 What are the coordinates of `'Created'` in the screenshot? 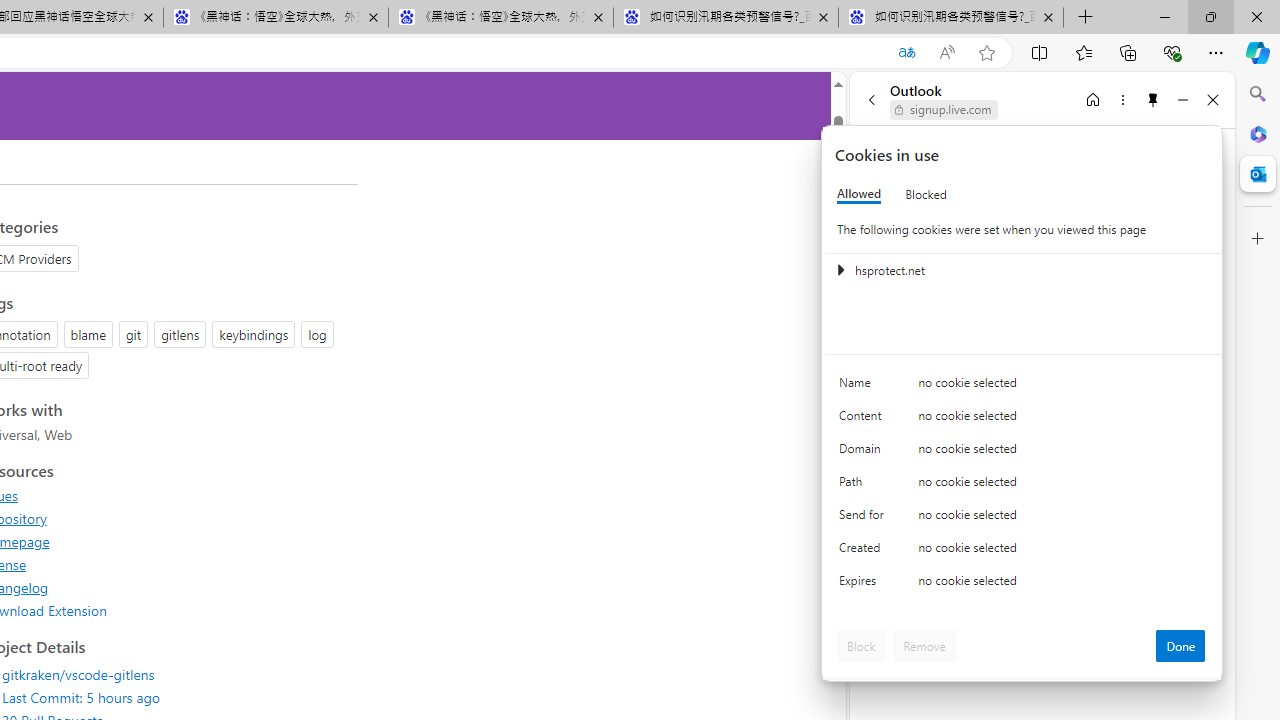 It's located at (865, 552).